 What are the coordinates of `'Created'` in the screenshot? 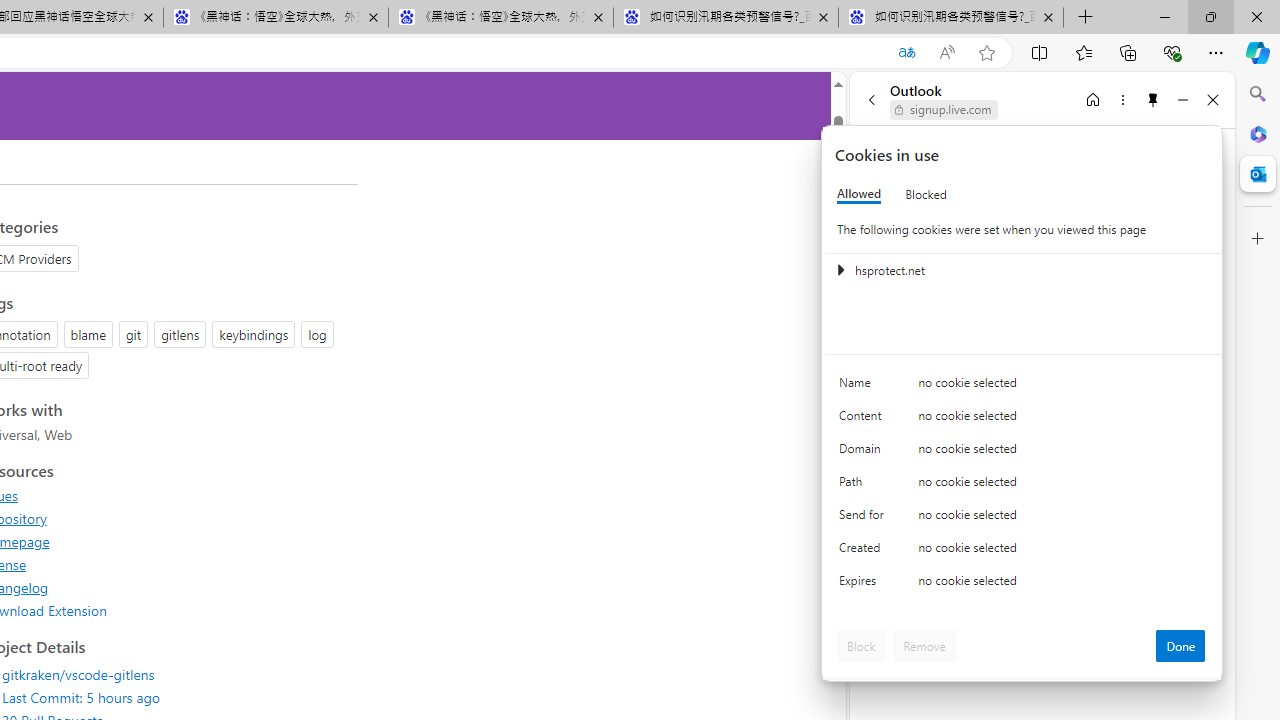 It's located at (865, 552).